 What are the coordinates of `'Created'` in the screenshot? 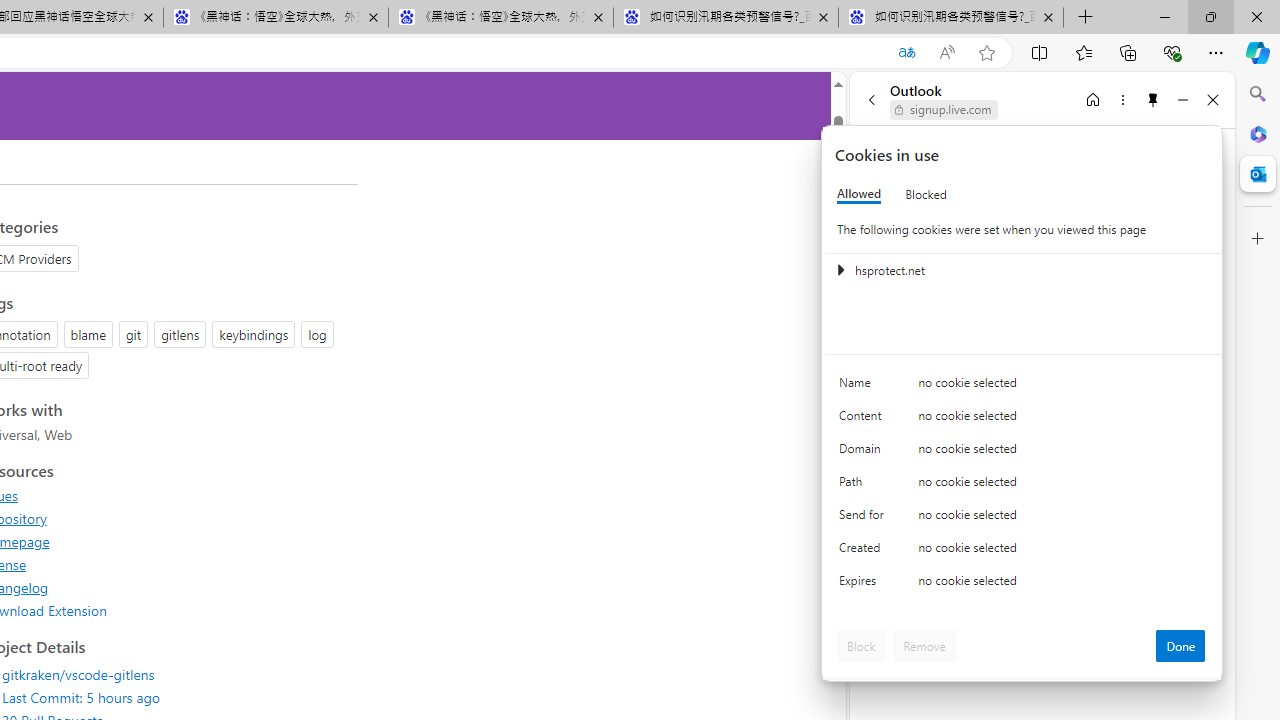 It's located at (865, 552).